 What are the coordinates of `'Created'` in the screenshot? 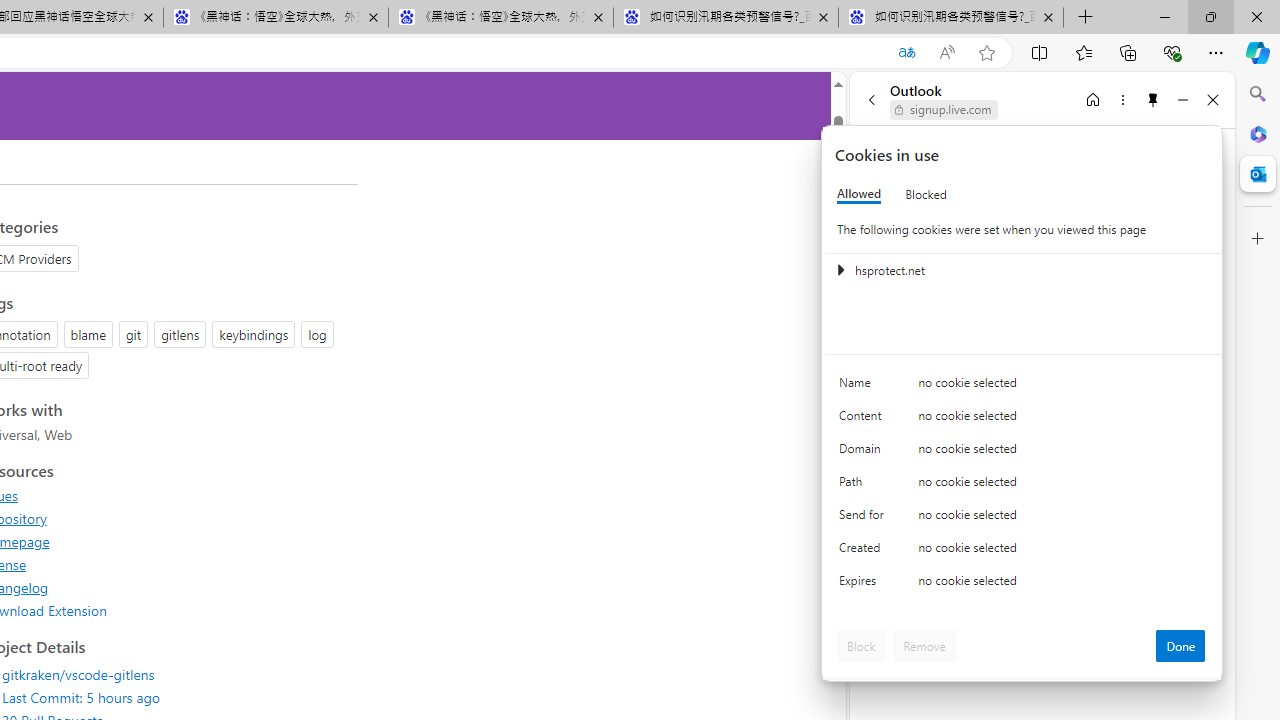 It's located at (865, 552).